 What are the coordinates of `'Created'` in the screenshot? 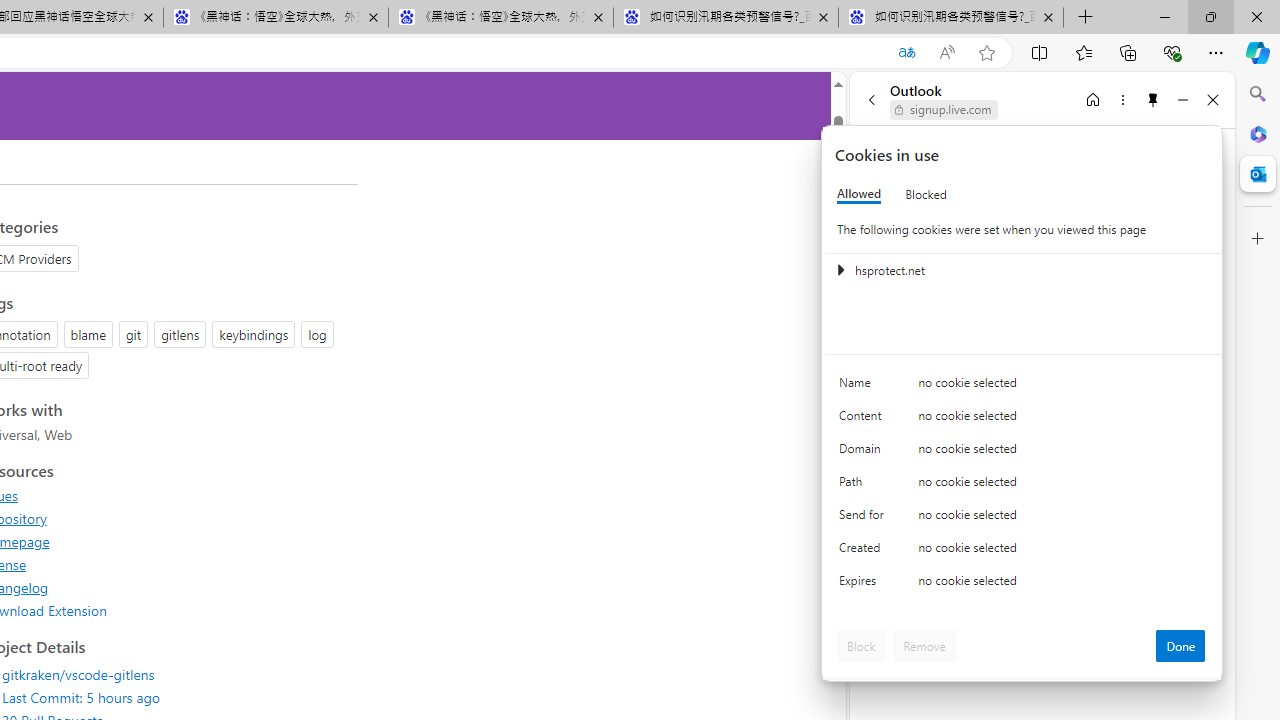 It's located at (865, 552).